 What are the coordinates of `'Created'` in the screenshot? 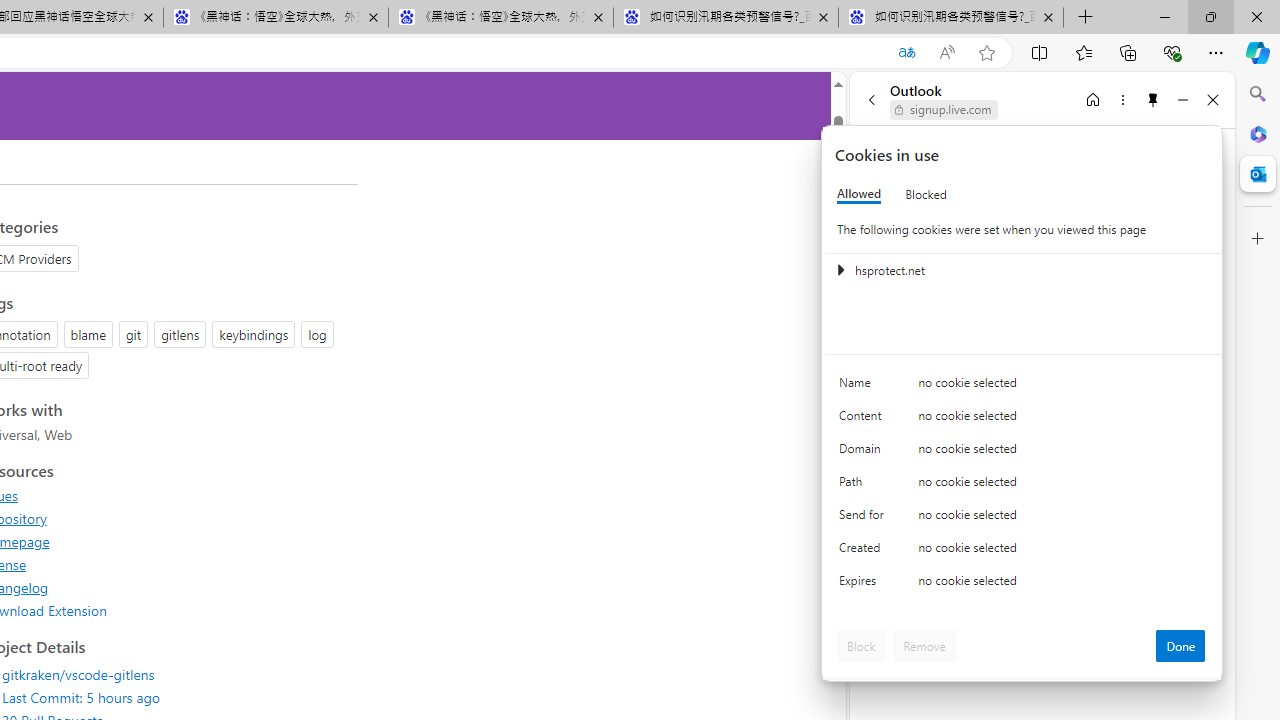 It's located at (865, 552).